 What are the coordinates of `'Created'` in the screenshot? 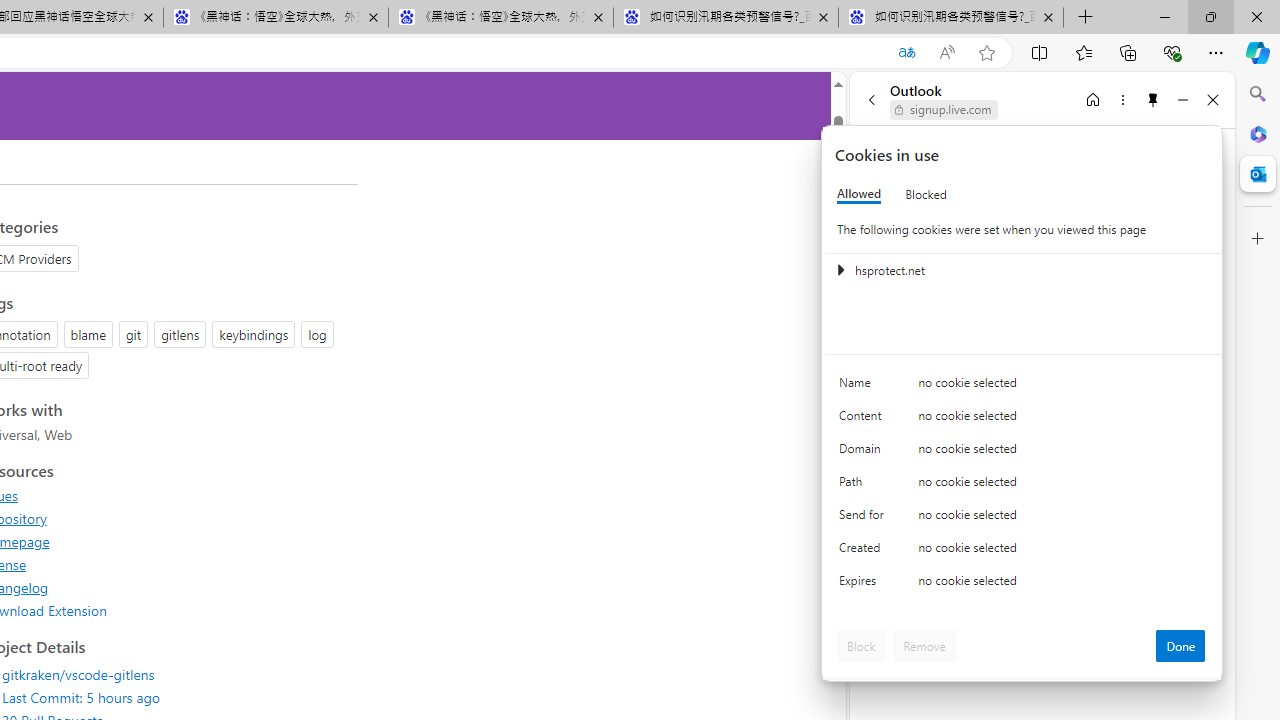 It's located at (865, 552).